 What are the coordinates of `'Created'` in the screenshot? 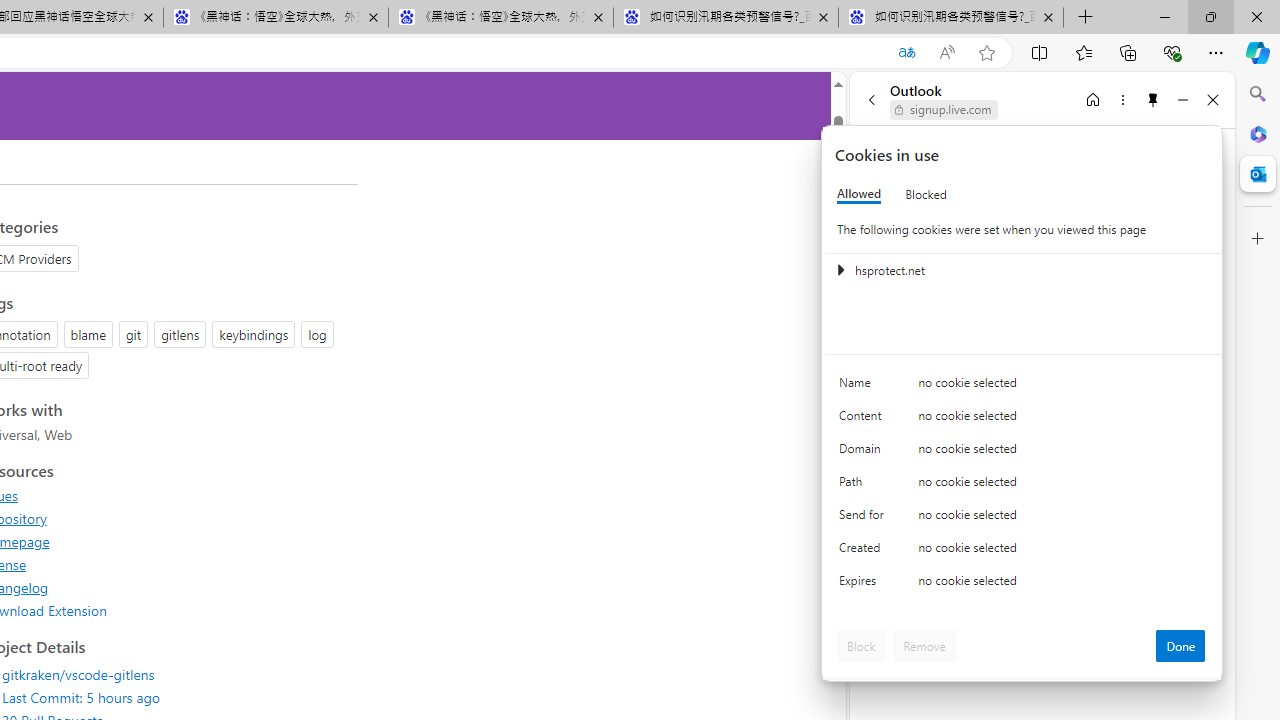 It's located at (865, 552).